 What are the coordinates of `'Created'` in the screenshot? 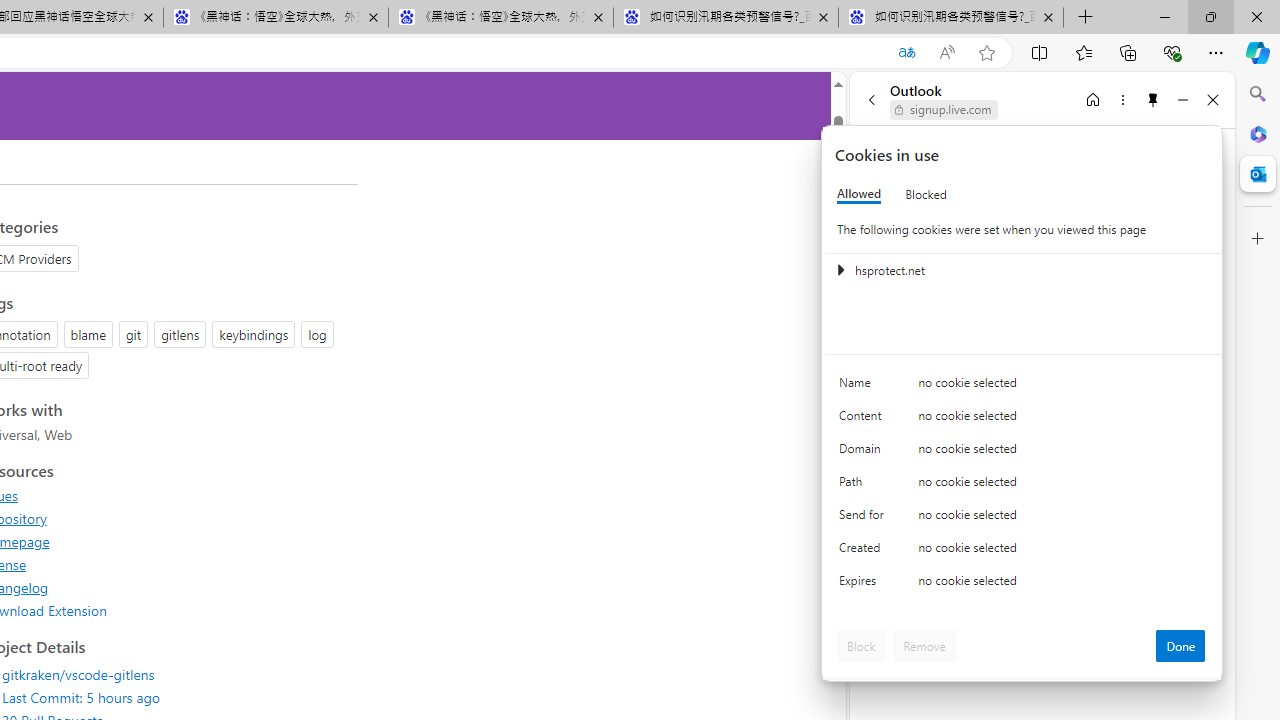 It's located at (865, 552).